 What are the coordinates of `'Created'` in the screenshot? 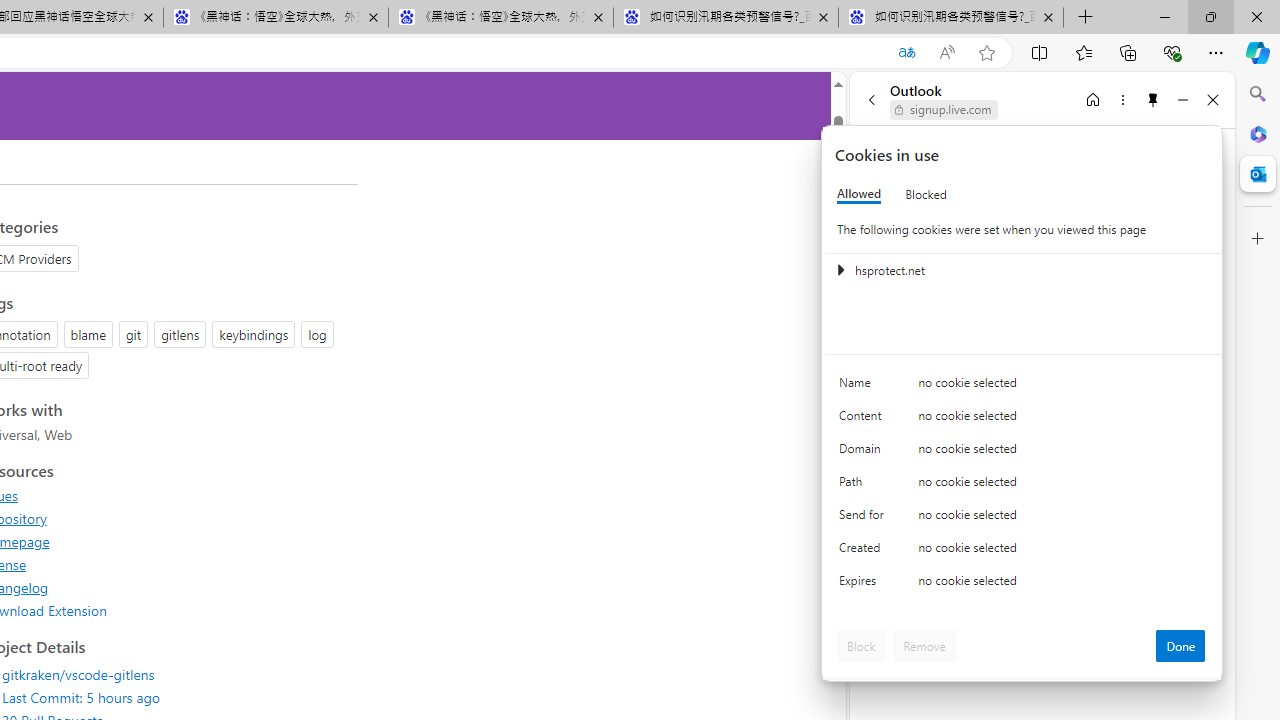 It's located at (865, 552).